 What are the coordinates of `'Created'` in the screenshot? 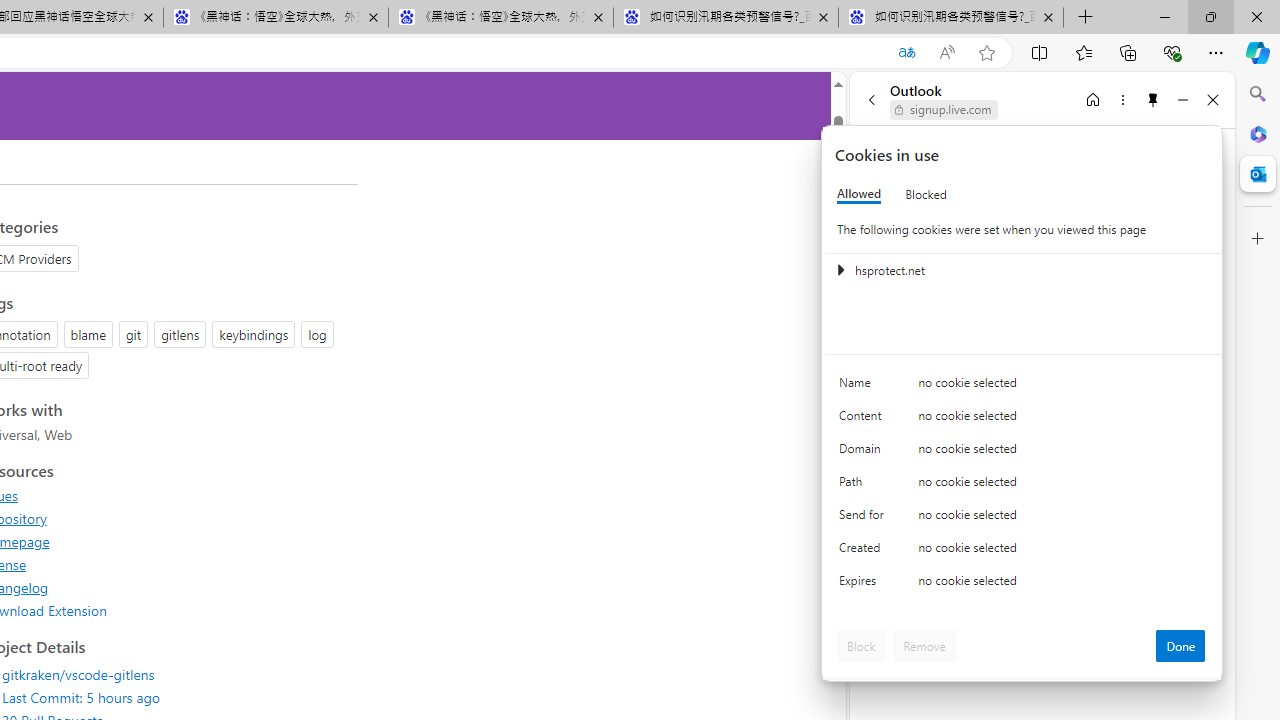 It's located at (865, 552).